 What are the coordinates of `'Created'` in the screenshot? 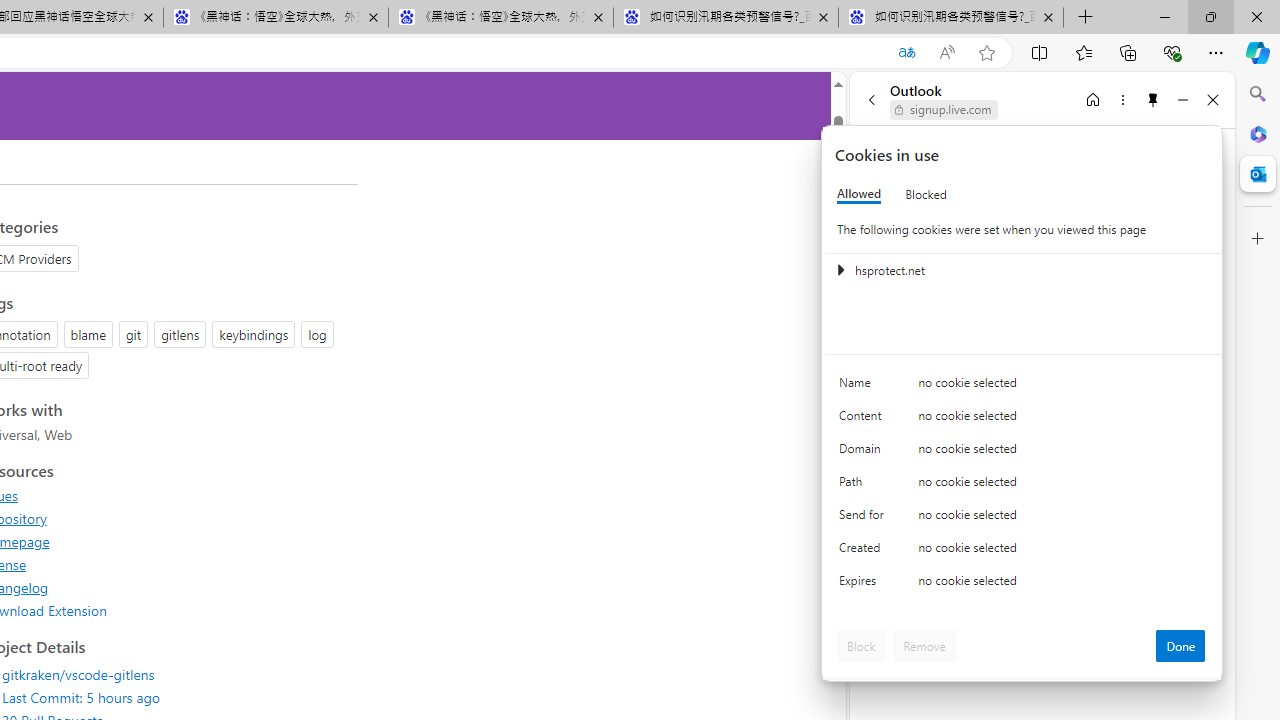 It's located at (865, 552).